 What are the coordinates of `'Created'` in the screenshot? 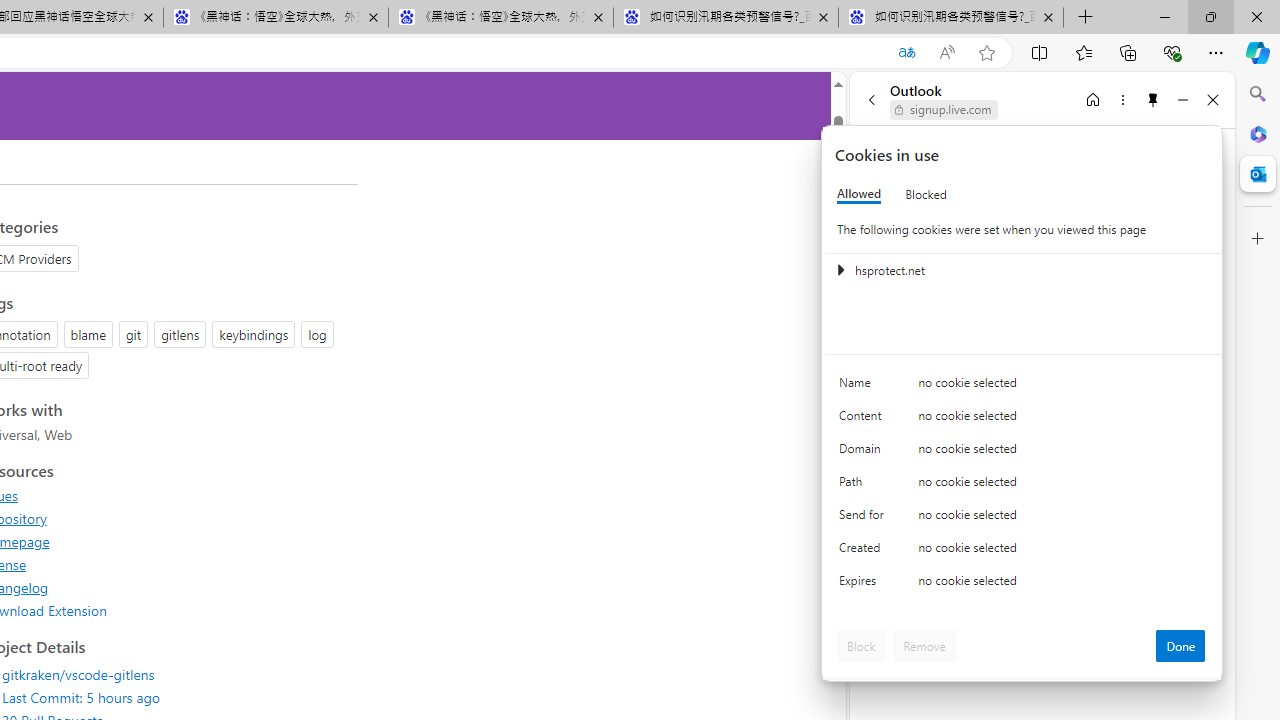 It's located at (865, 552).